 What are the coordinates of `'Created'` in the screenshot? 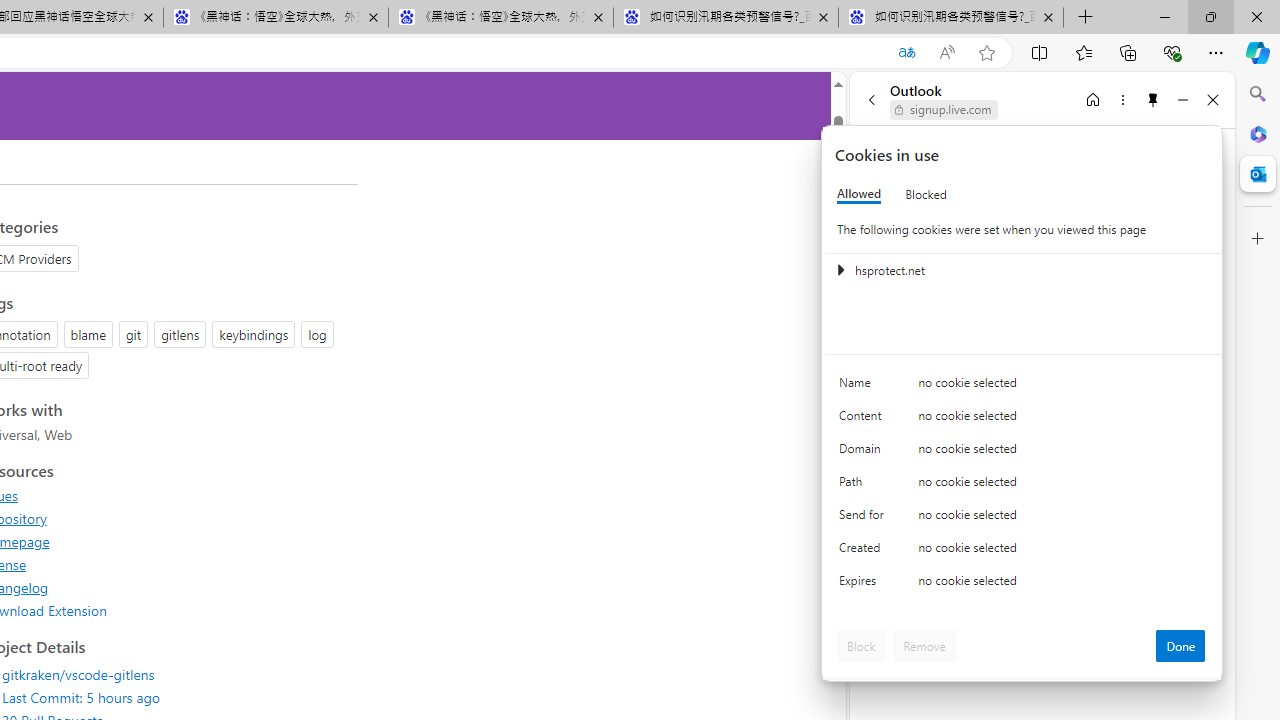 It's located at (865, 552).